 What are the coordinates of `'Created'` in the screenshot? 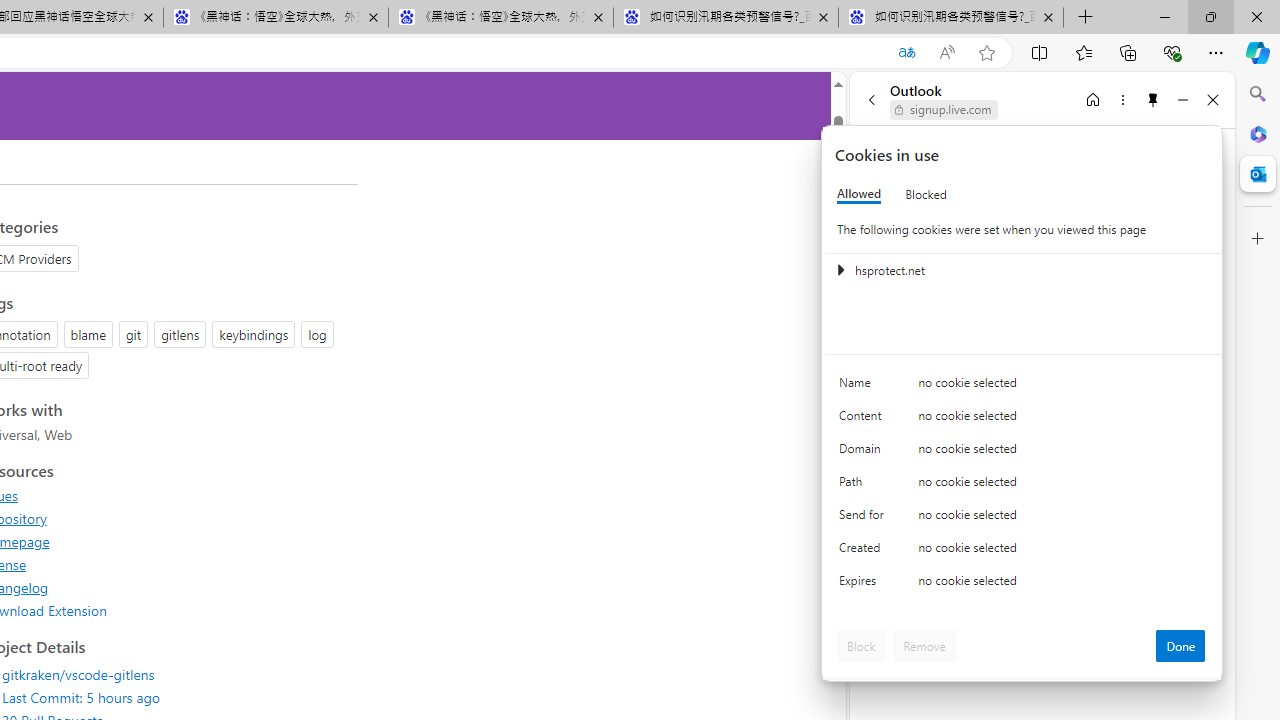 It's located at (865, 552).